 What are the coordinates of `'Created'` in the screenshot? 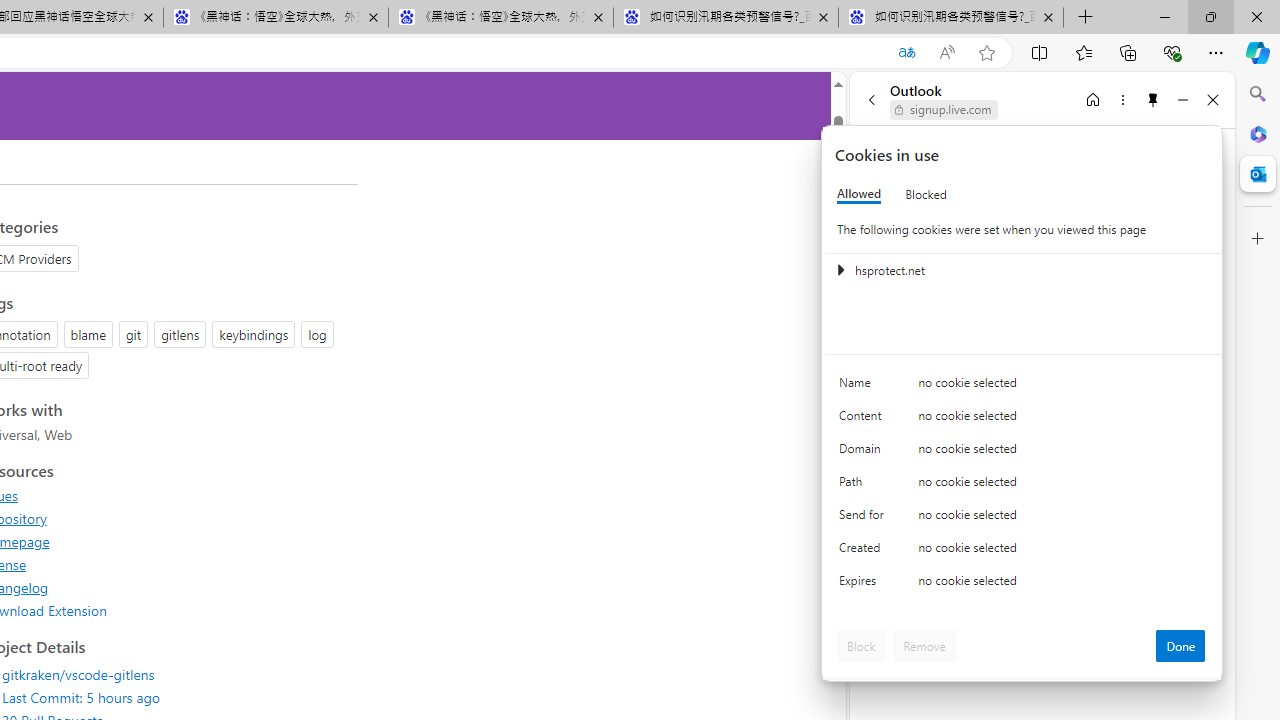 It's located at (865, 552).